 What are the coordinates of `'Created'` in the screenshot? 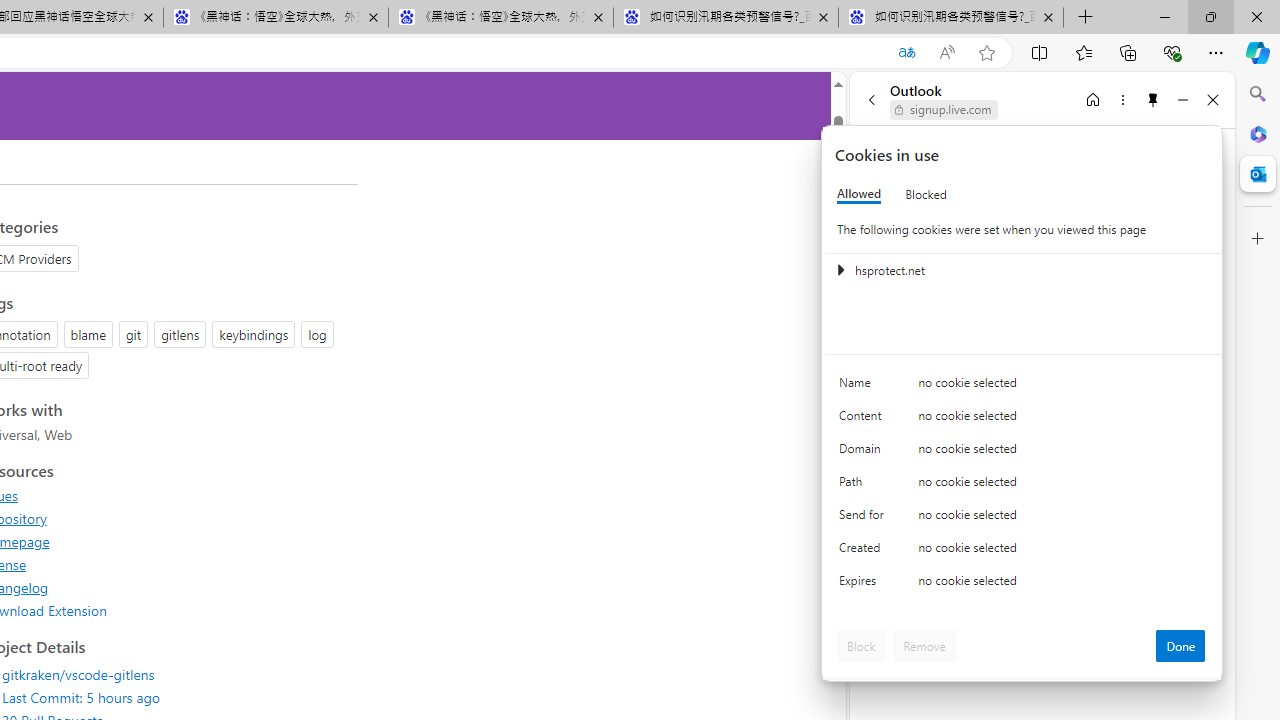 It's located at (865, 552).